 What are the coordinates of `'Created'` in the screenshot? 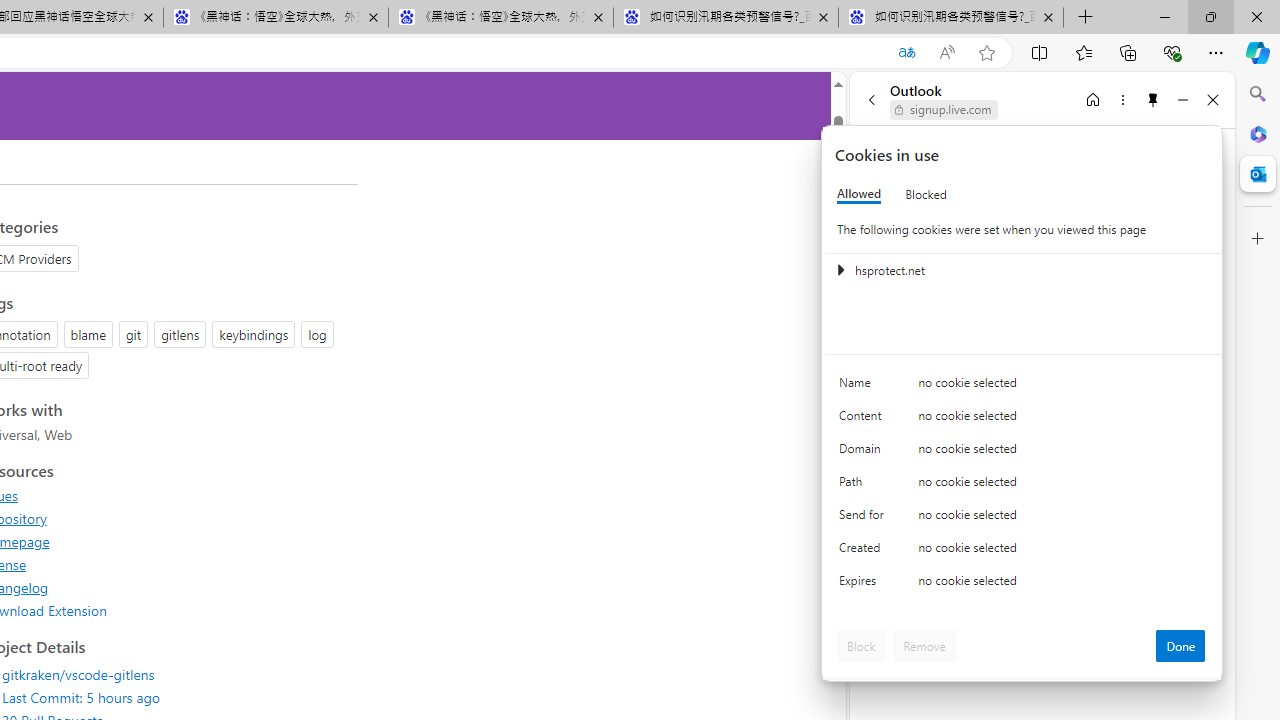 It's located at (865, 552).